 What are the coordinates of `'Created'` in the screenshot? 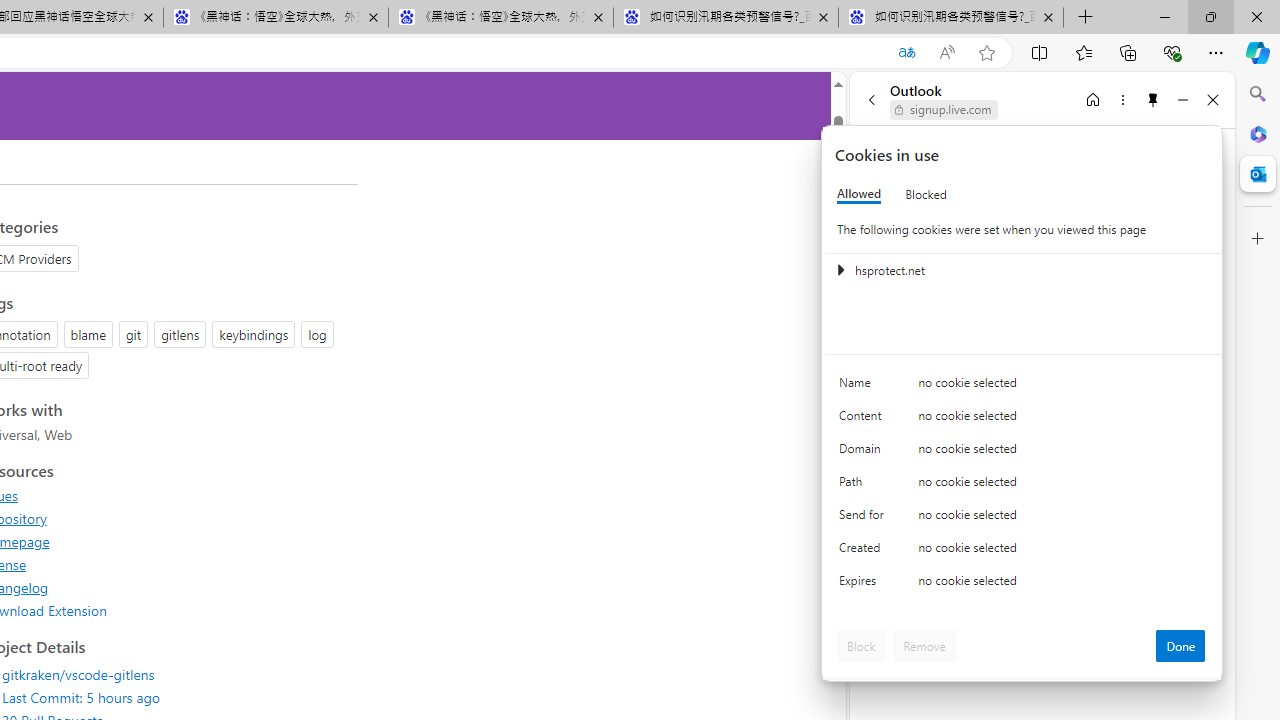 It's located at (865, 552).